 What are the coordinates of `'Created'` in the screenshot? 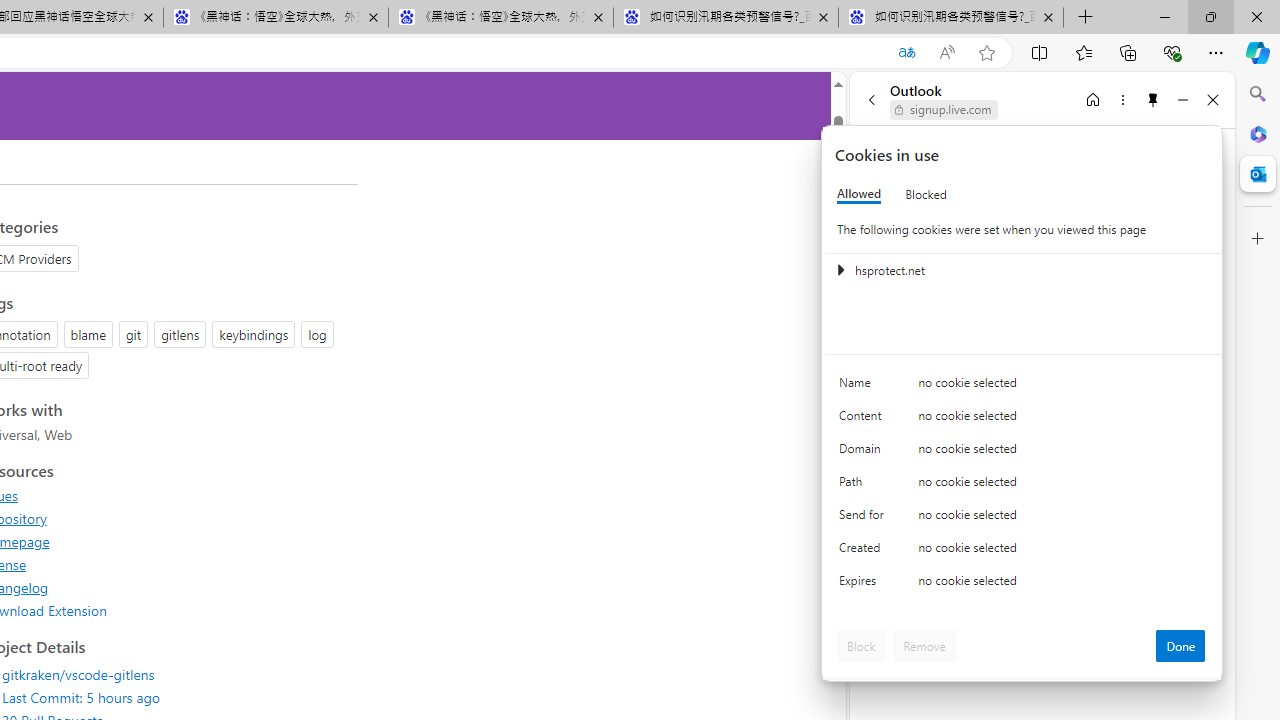 It's located at (865, 552).